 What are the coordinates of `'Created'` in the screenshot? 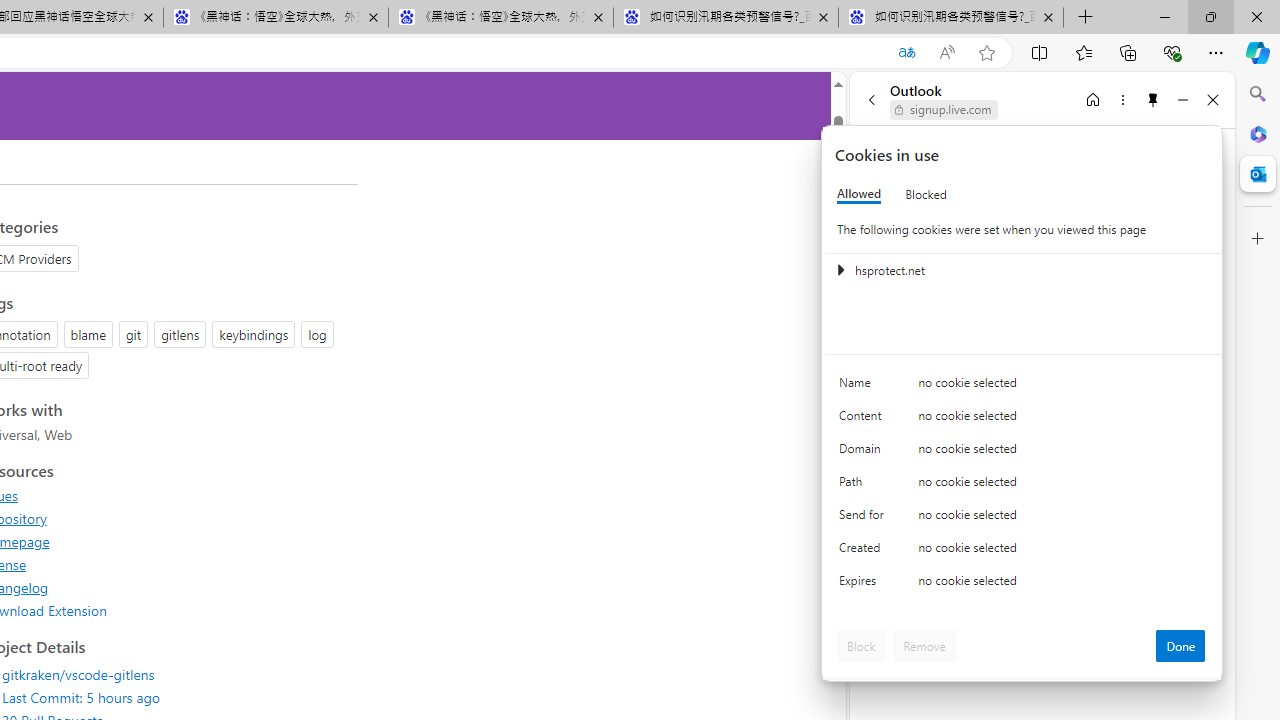 It's located at (865, 552).